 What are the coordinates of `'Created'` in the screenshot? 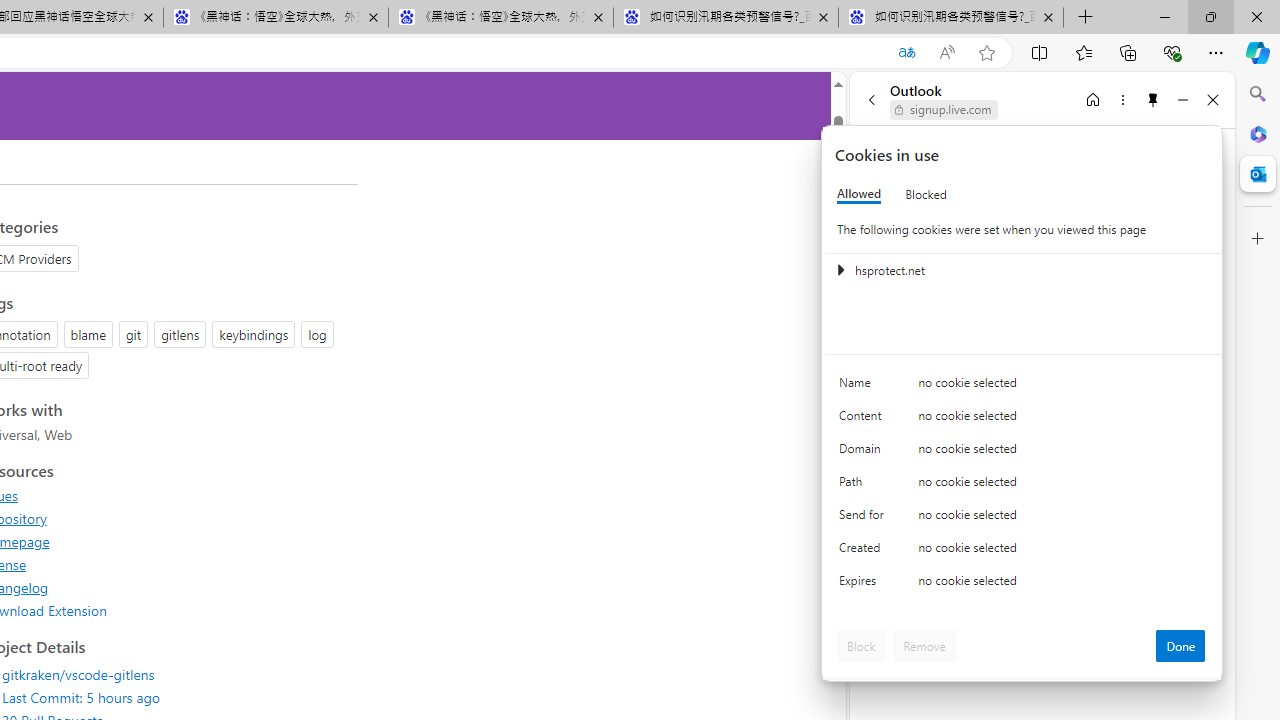 It's located at (865, 552).